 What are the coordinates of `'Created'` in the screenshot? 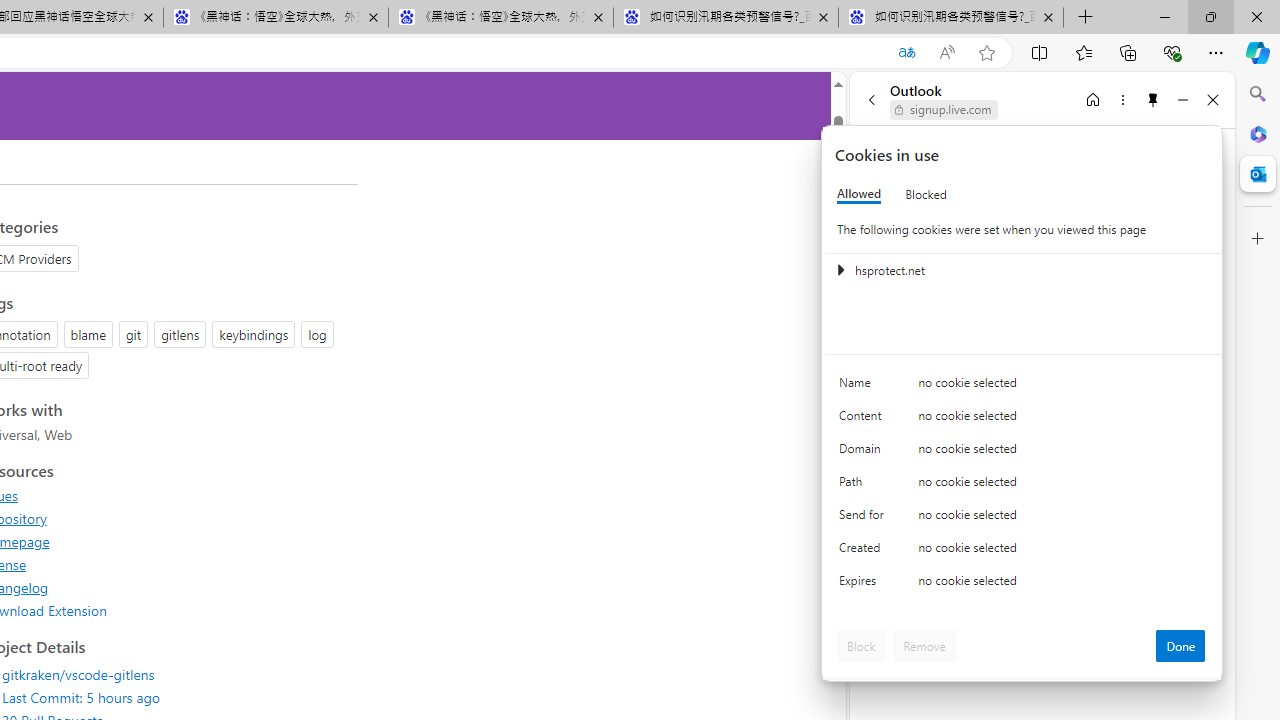 It's located at (865, 552).